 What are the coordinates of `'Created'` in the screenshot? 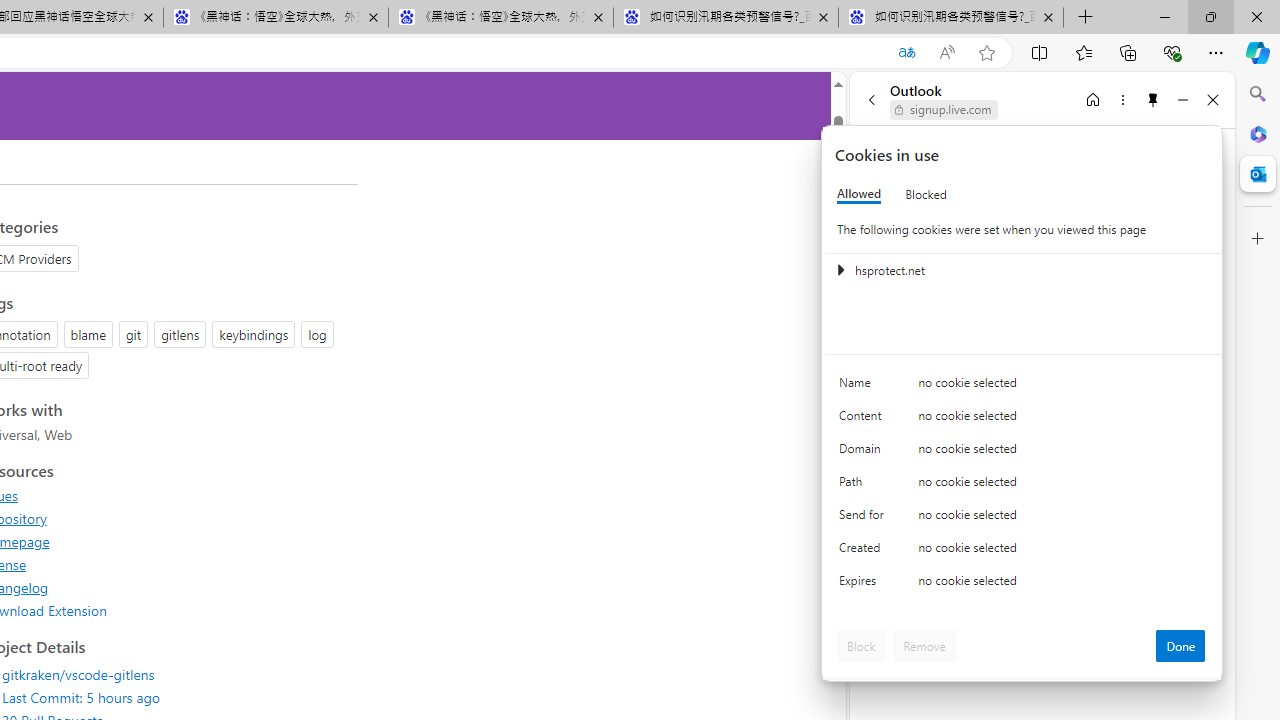 It's located at (865, 552).